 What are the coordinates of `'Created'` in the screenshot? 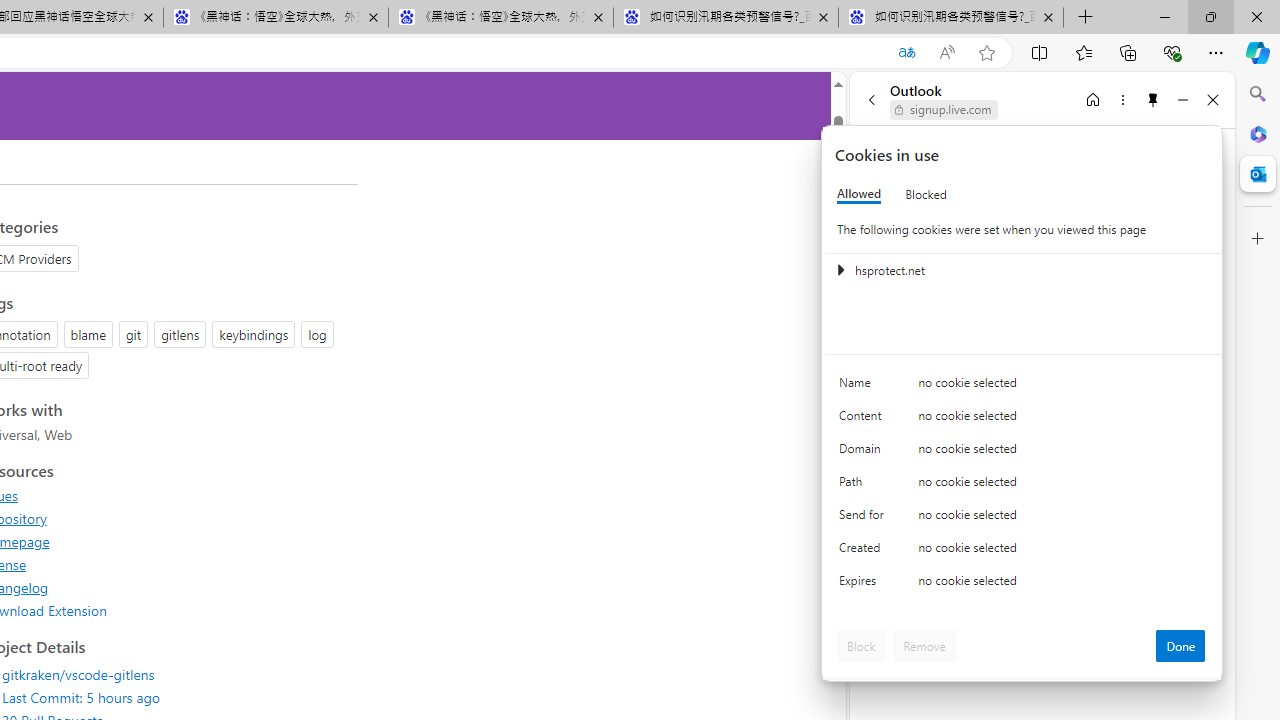 It's located at (865, 552).